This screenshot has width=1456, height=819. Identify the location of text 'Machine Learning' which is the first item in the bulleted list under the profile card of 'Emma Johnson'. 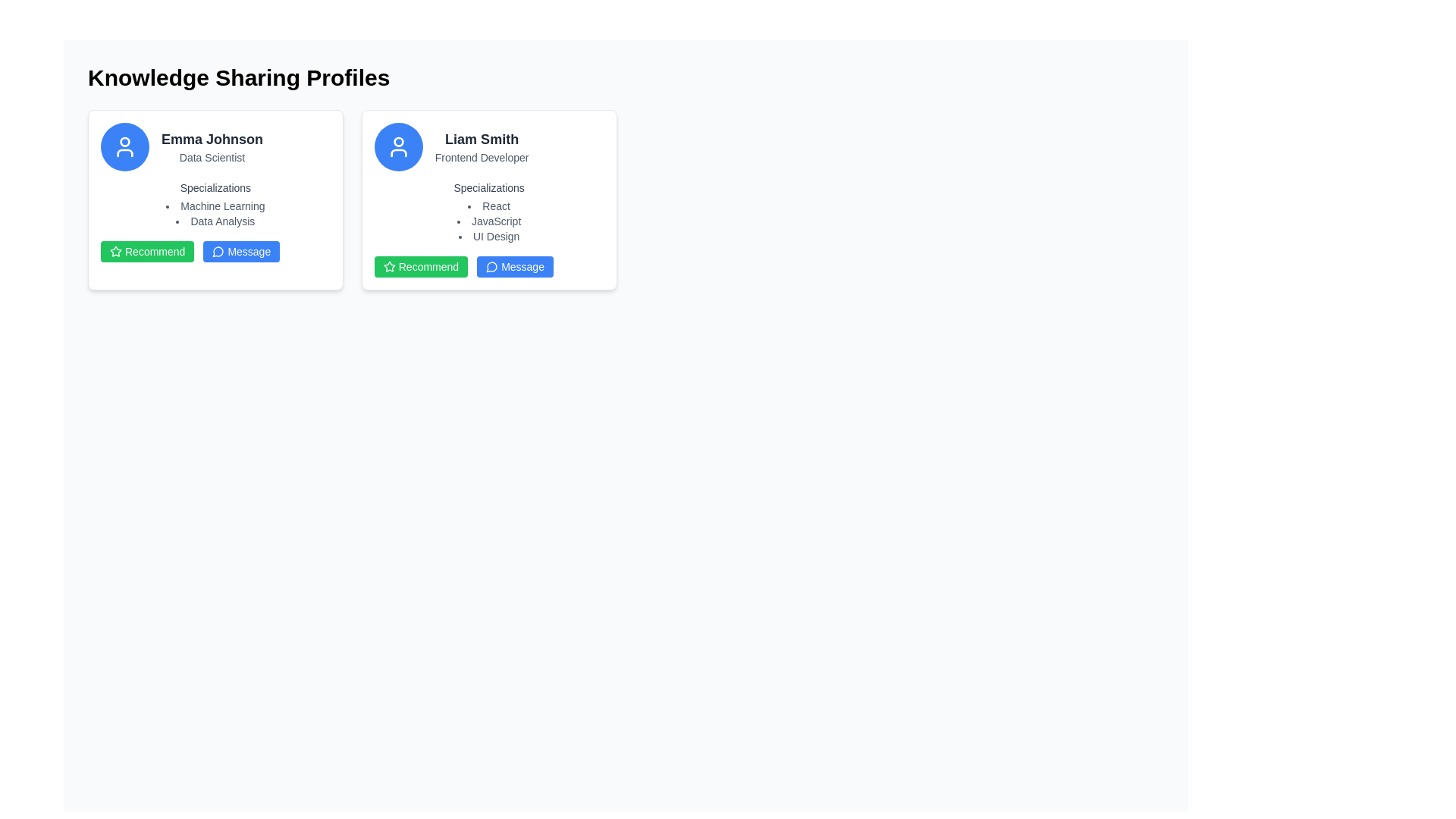
(215, 206).